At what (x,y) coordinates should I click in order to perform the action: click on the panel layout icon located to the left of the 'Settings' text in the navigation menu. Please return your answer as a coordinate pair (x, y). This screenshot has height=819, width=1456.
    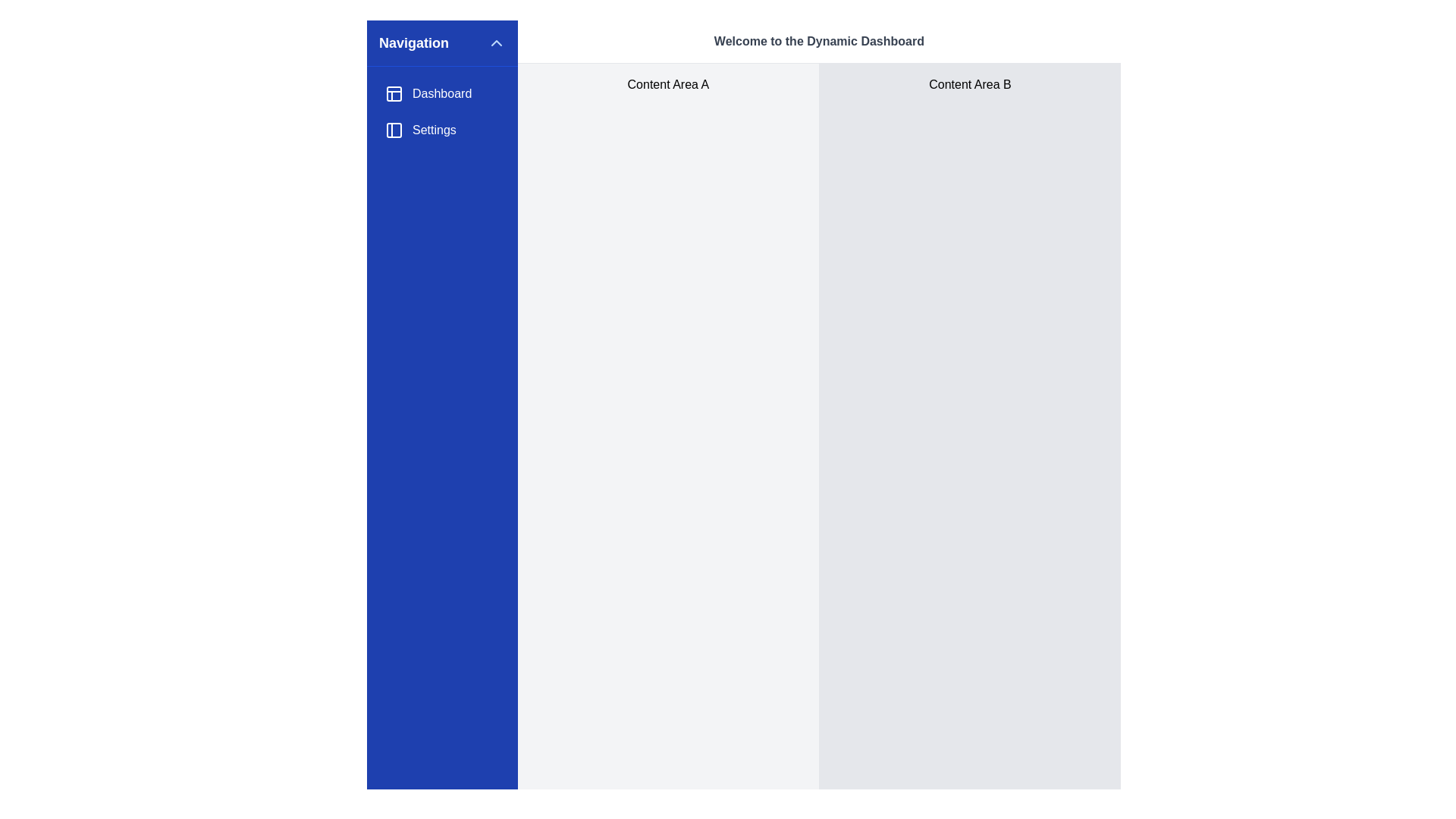
    Looking at the image, I should click on (394, 130).